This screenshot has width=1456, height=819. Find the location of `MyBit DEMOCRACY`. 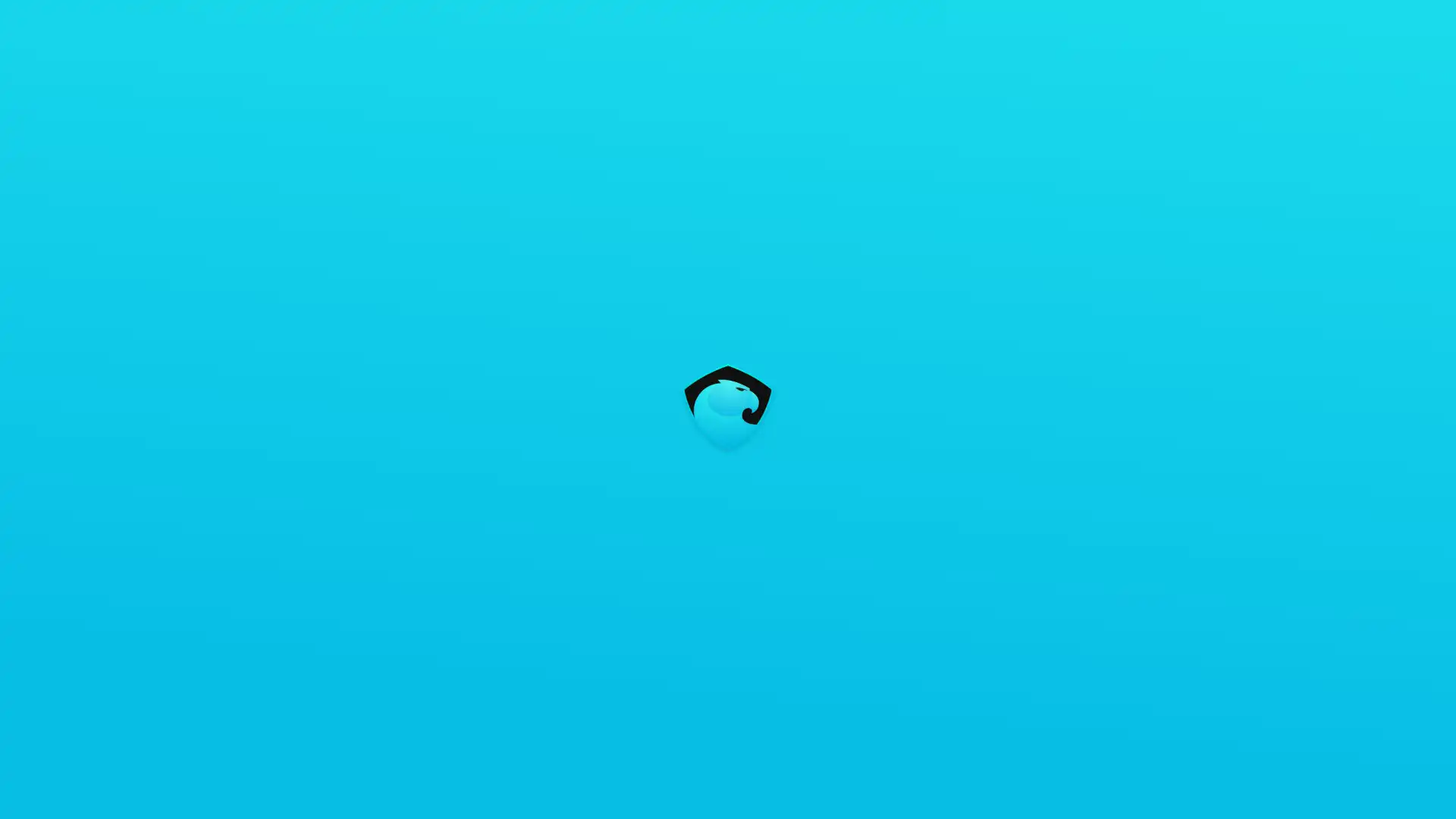

MyBit DEMOCRACY is located at coordinates (930, 359).